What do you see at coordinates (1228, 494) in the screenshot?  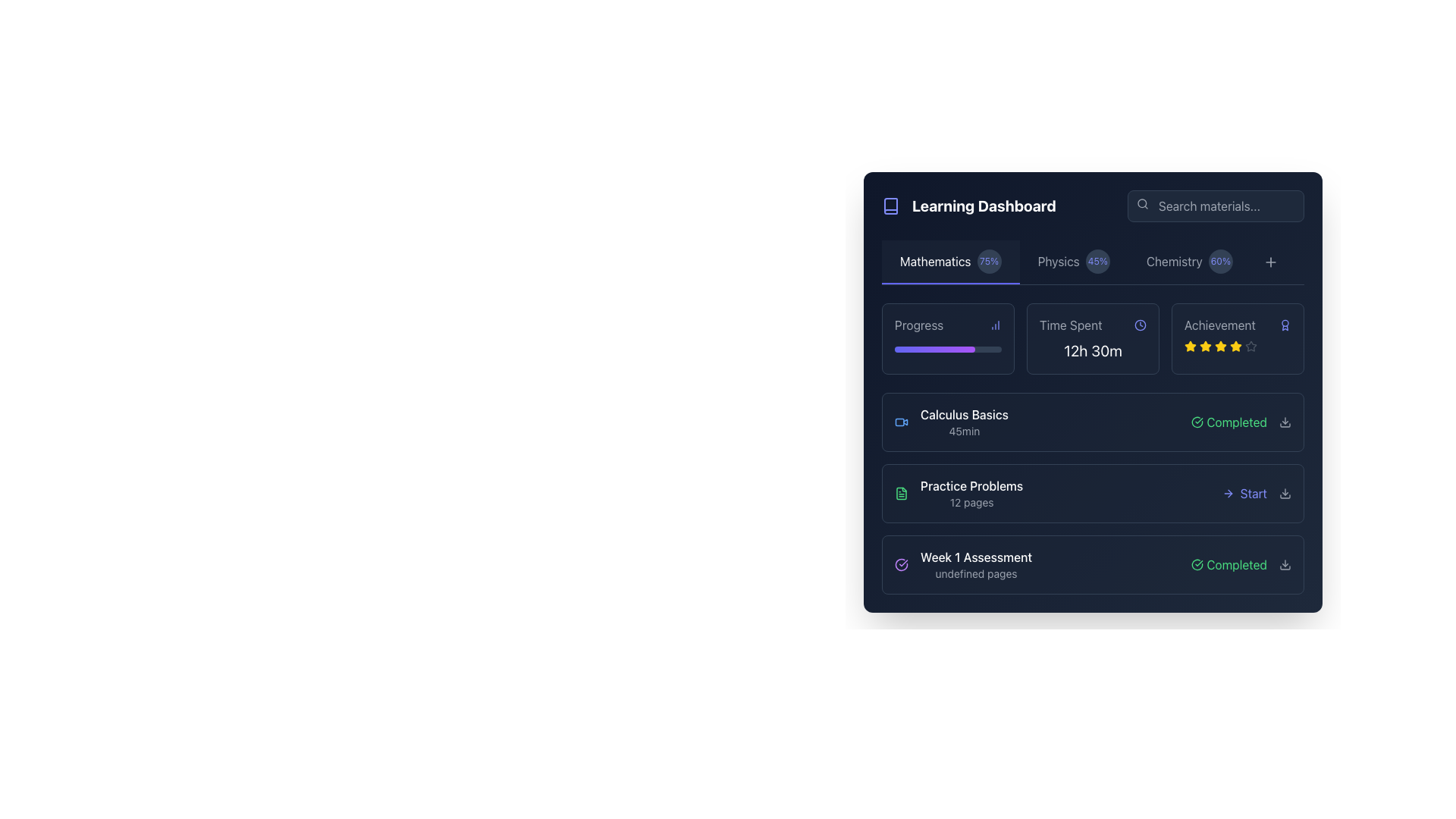 I see `the blue arrow icon next to the 'Start' label` at bounding box center [1228, 494].